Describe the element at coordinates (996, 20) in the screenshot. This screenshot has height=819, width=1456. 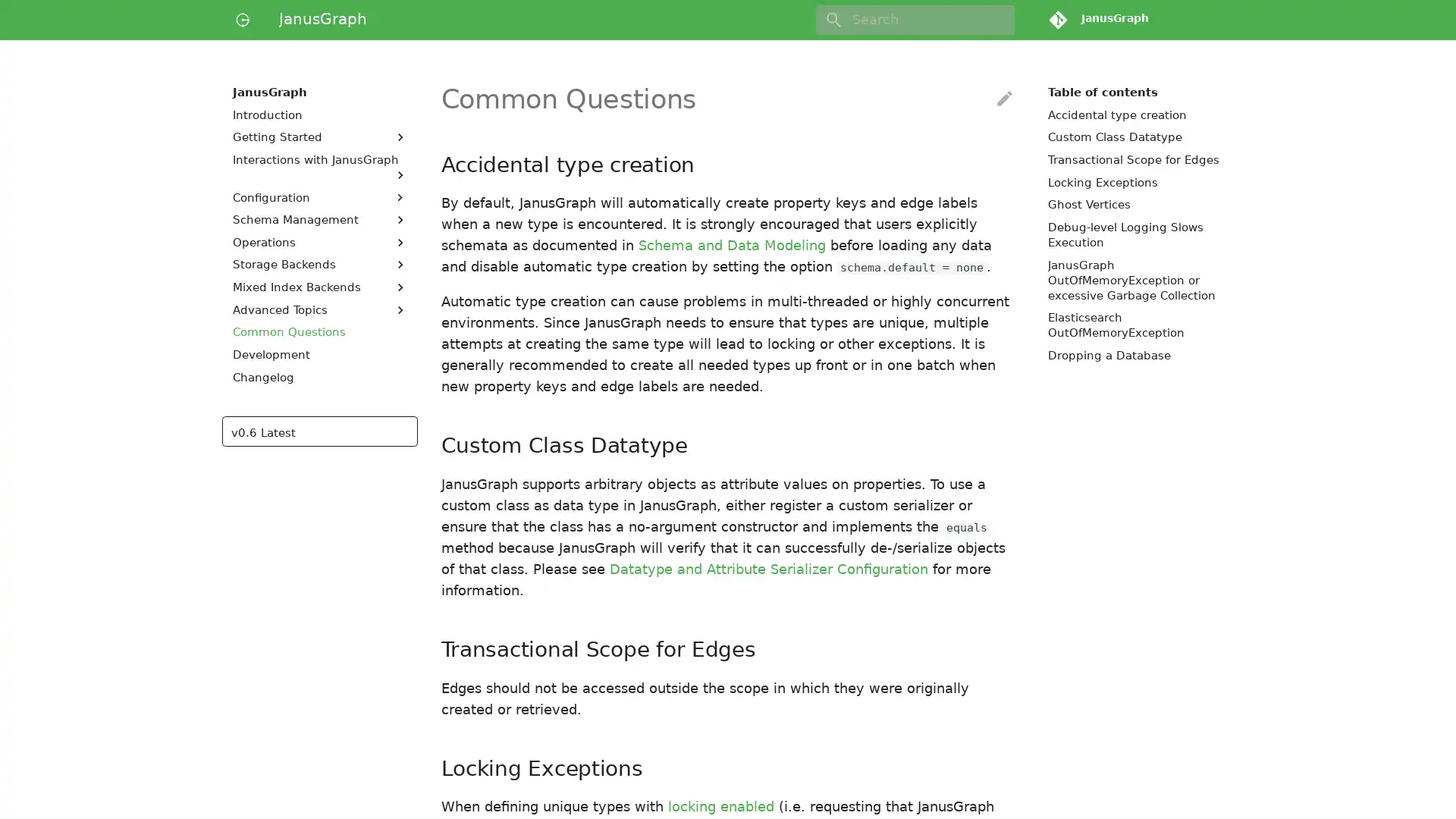
I see `Clear` at that location.